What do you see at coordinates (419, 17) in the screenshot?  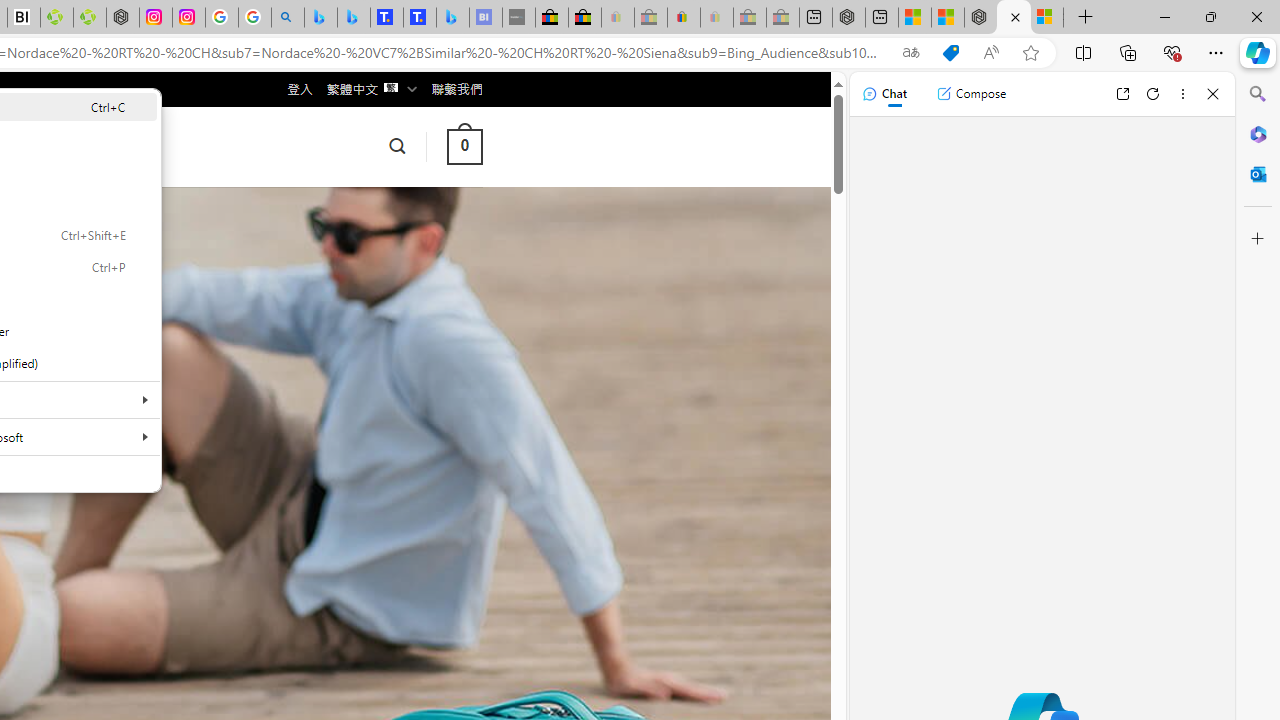 I see `'Shangri-La Bangkok, Hotel reviews and Room rates'` at bounding box center [419, 17].